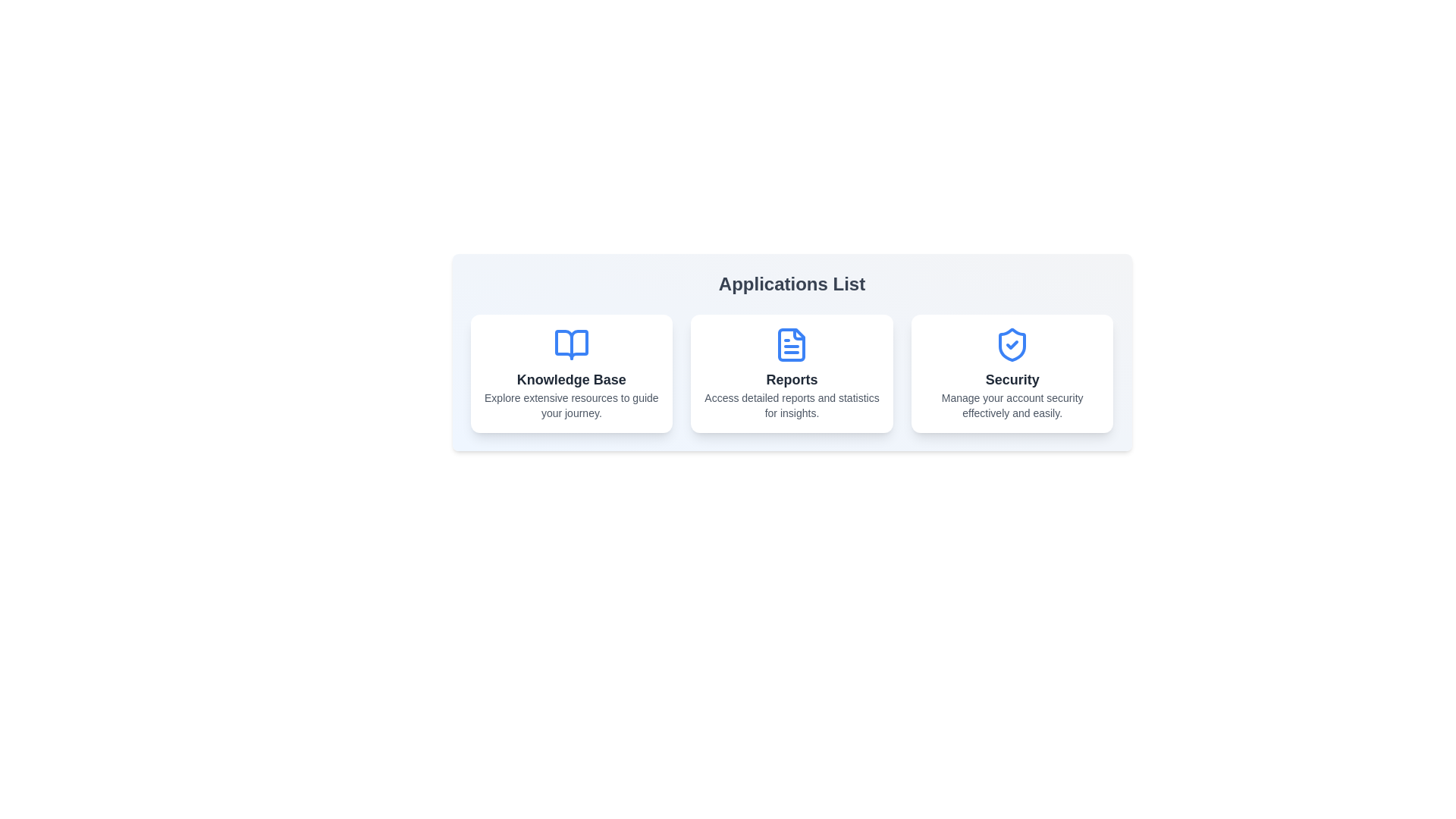 The width and height of the screenshot is (1456, 819). I want to click on the card titled Security to observe the hover effect, so click(1012, 374).